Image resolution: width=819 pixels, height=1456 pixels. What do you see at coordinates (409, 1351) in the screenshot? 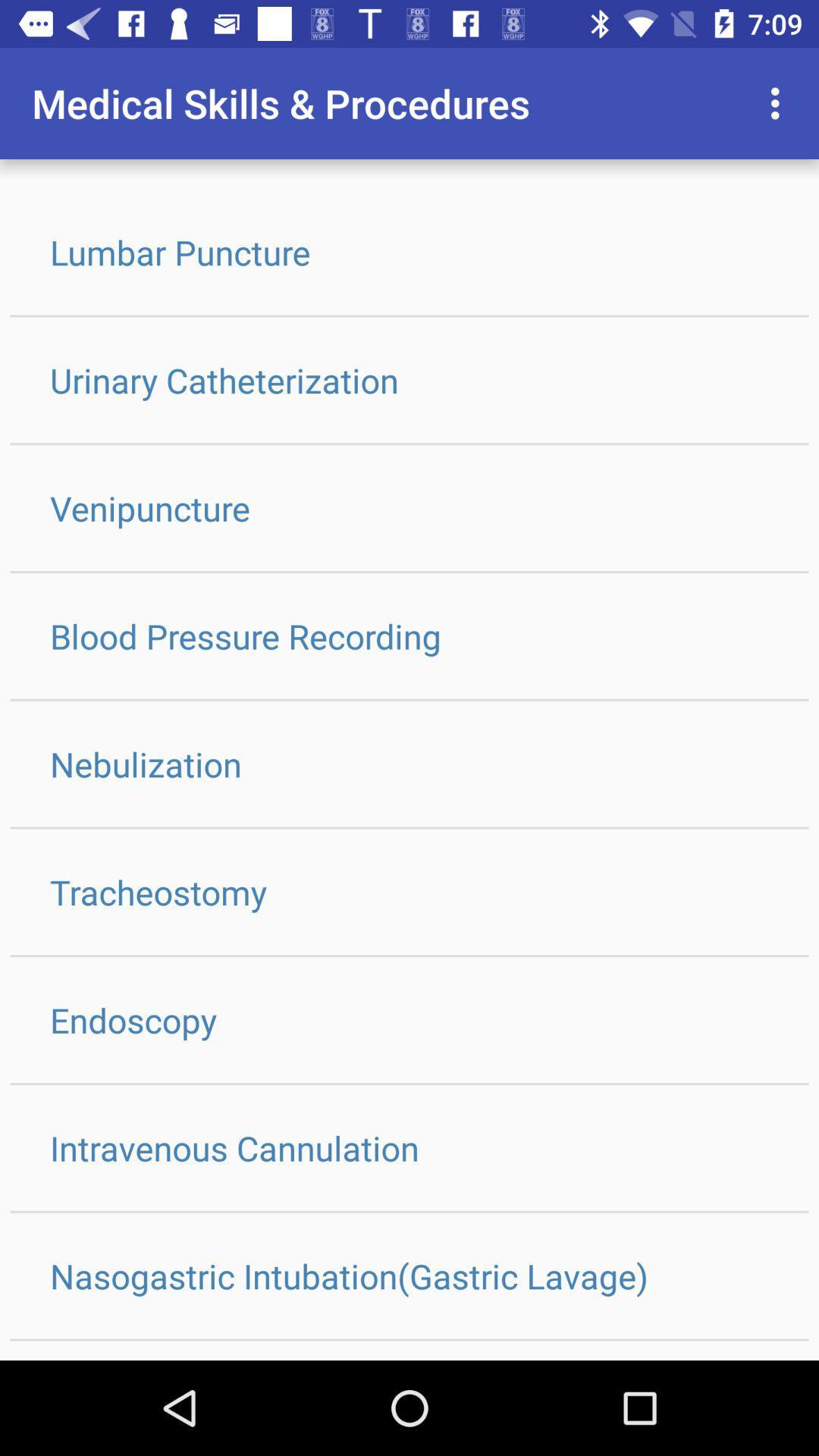
I see `icon below nasogastric intubation gastric item` at bounding box center [409, 1351].